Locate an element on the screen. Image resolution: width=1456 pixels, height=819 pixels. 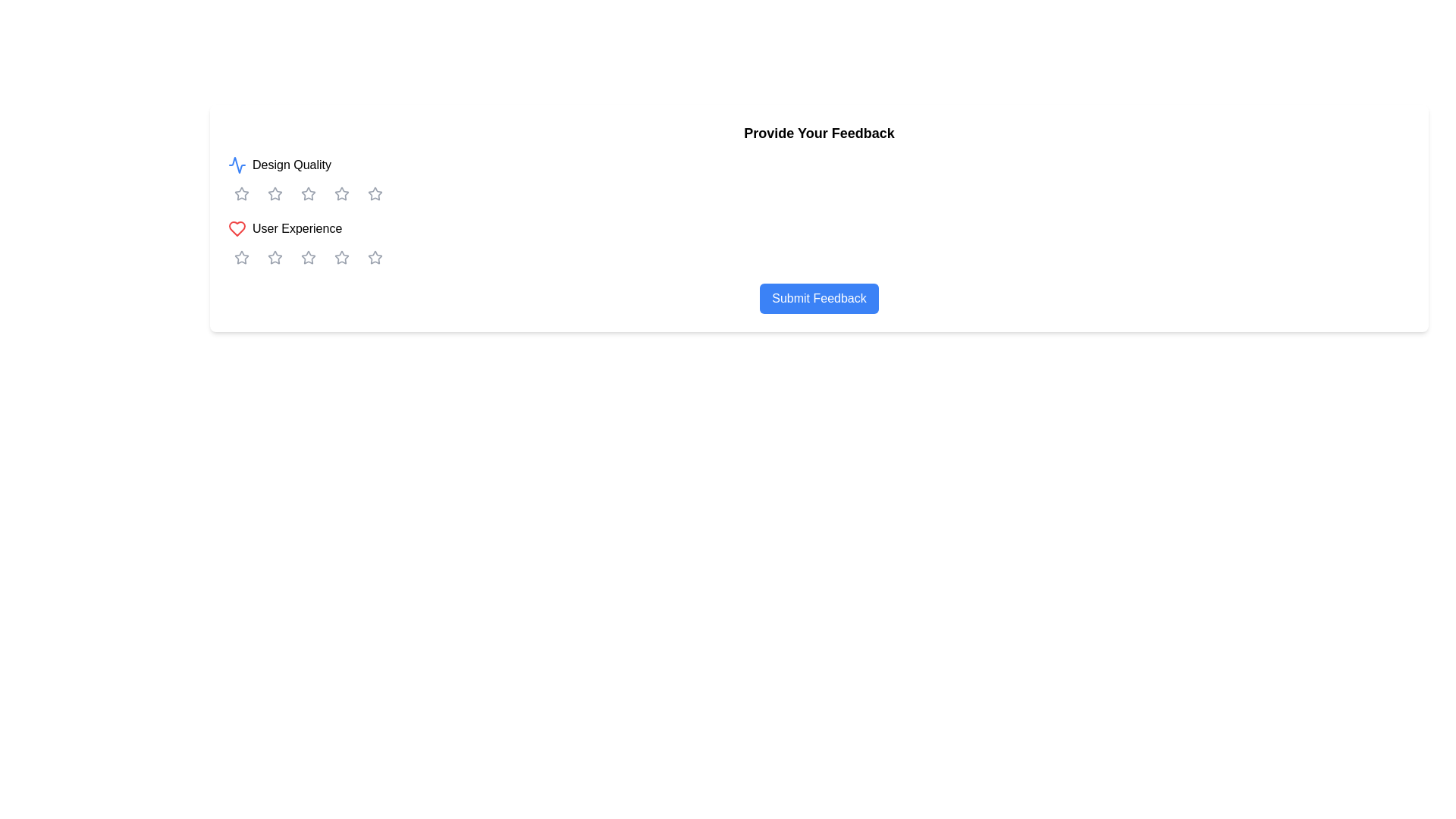
the fourth star in the horizontal rating row under the 'User Experience' section to rate it is located at coordinates (341, 256).